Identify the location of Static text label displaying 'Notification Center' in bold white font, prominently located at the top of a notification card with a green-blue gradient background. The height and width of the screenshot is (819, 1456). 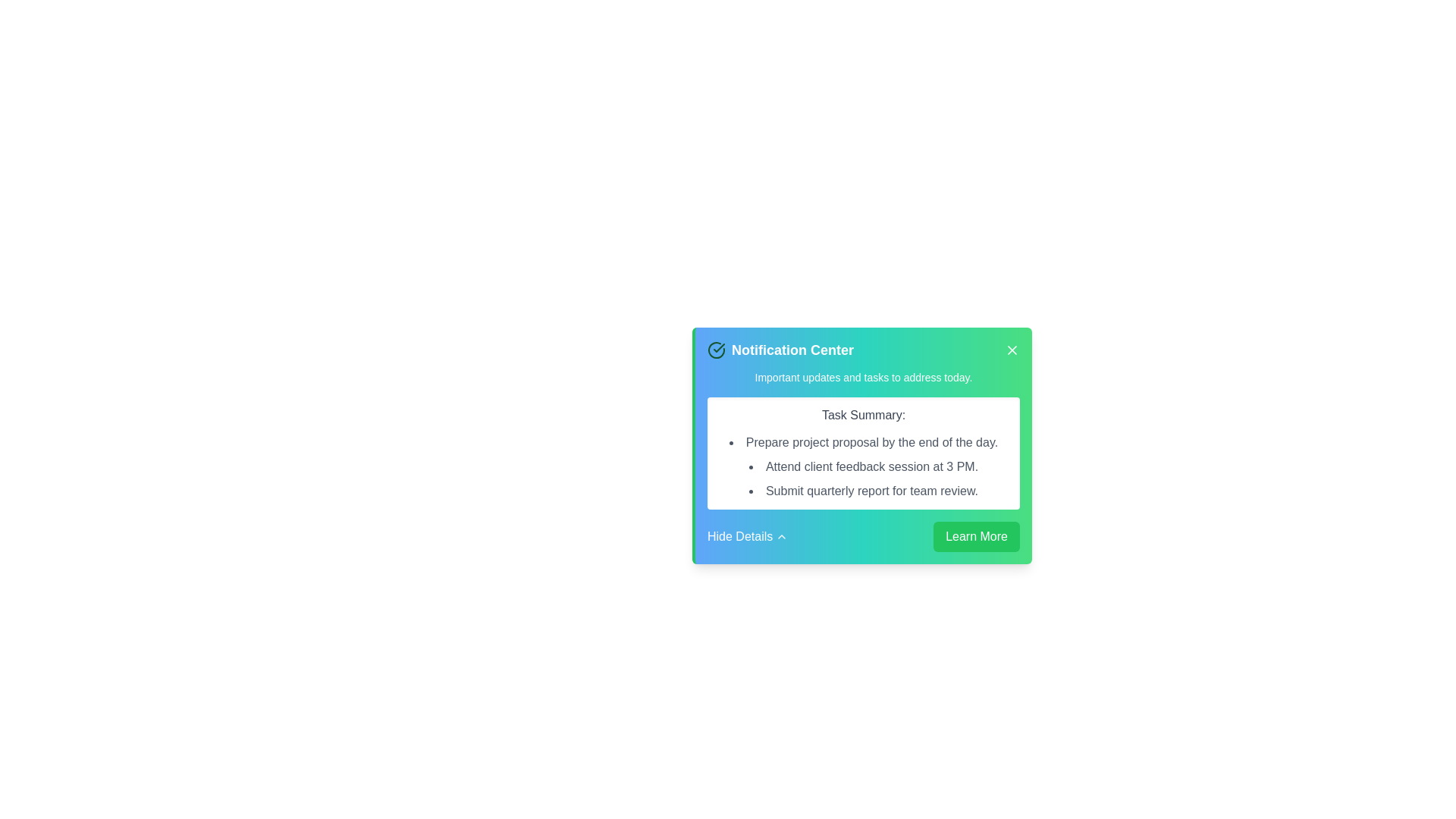
(792, 350).